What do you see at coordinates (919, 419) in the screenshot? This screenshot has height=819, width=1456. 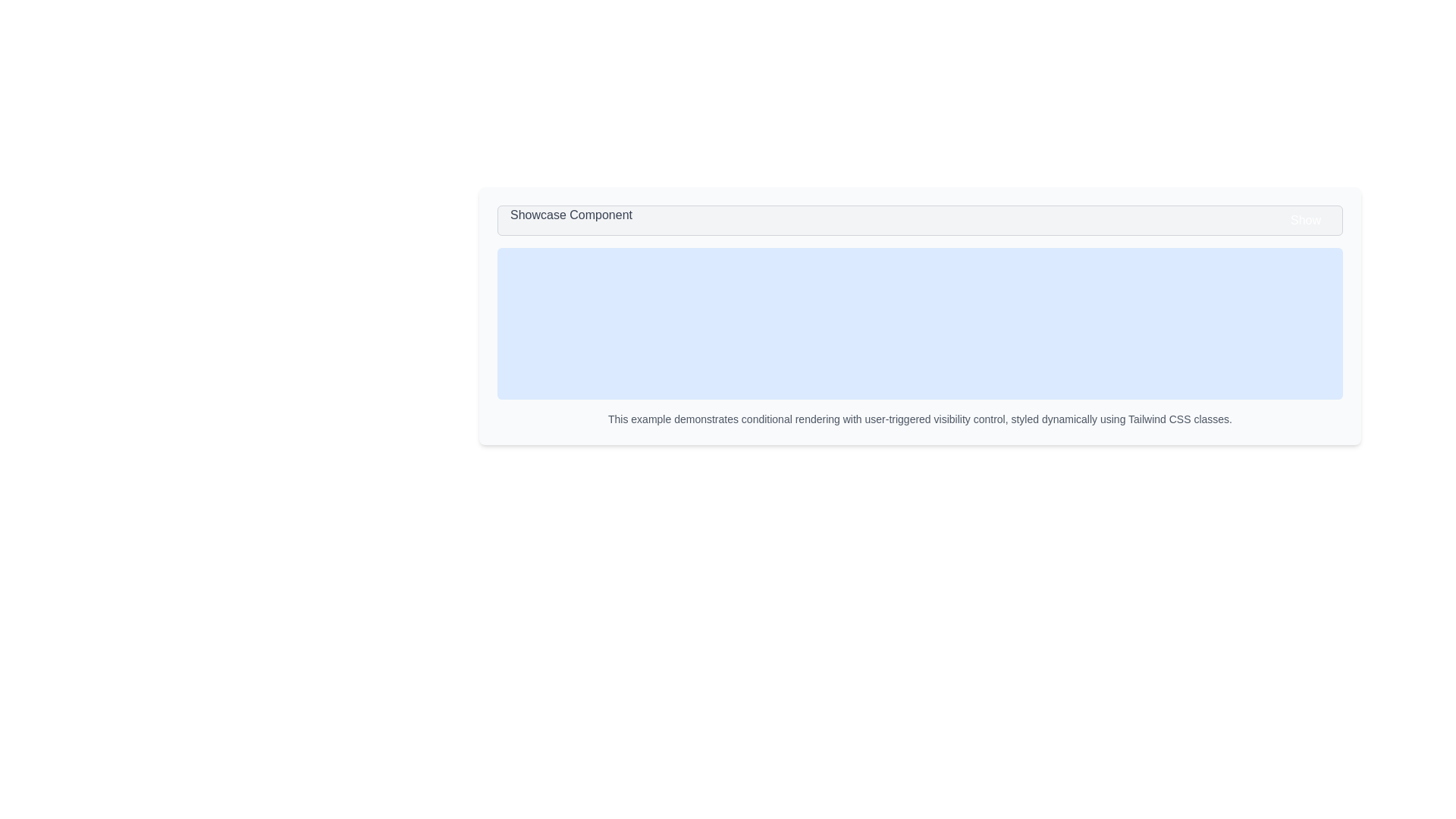 I see `the text content of the plain text element that reads 'This example demonstrates conditional rendering with user-triggered visibility control, styled dynamically using Tailwind CSS classes.'` at bounding box center [919, 419].